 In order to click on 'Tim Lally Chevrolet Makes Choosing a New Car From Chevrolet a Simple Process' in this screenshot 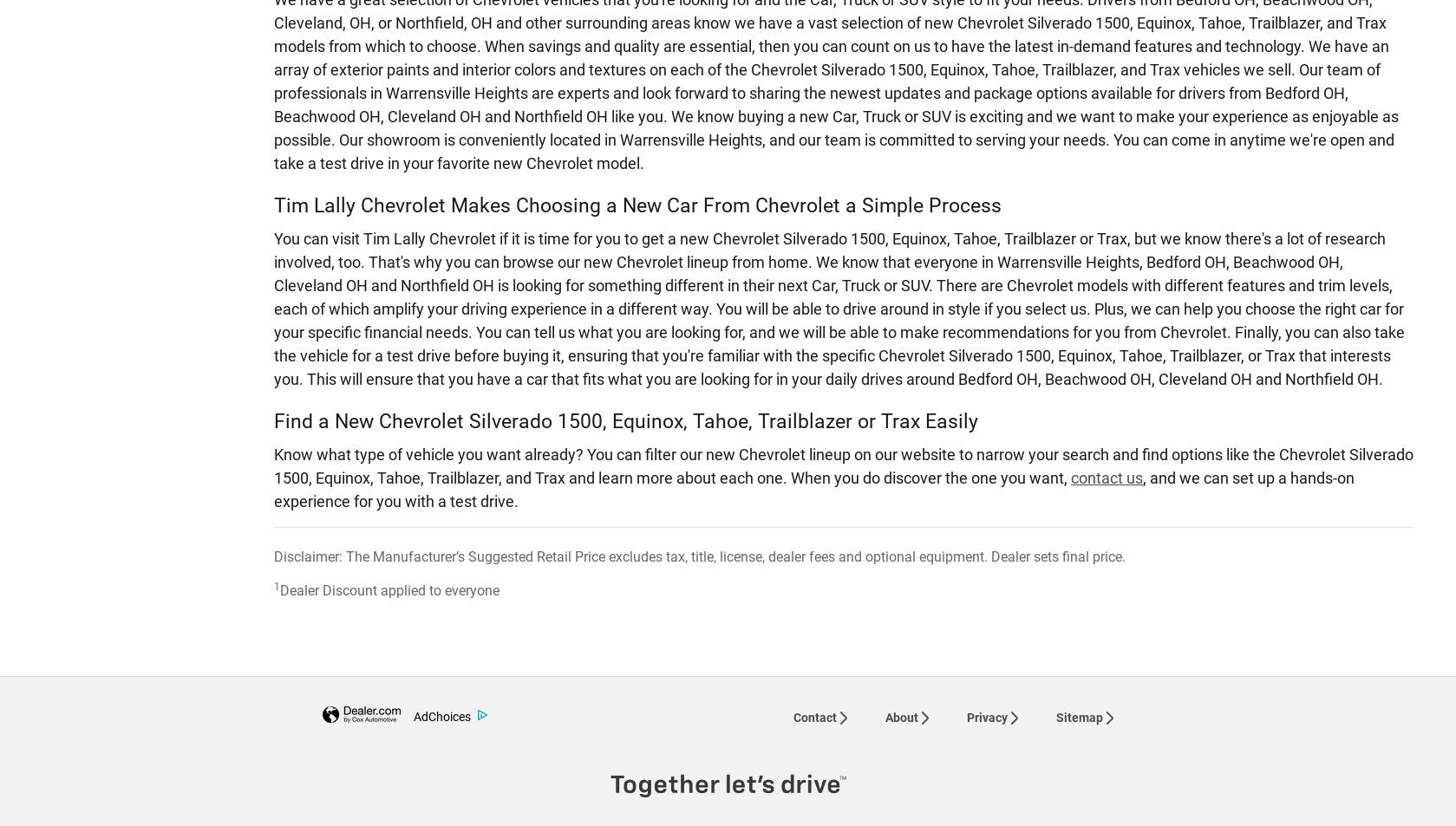, I will do `click(637, 205)`.